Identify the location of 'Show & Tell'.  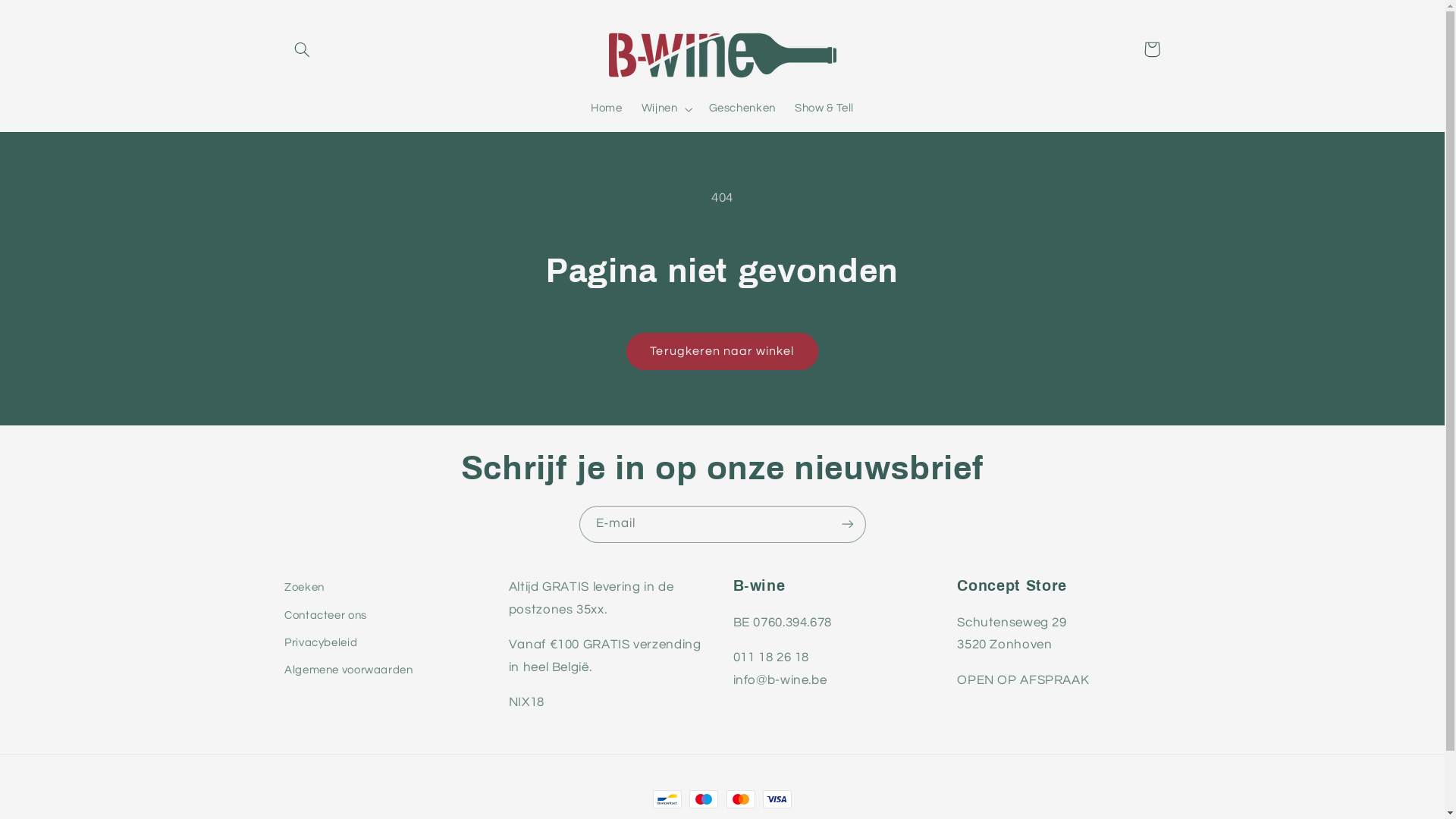
(785, 108).